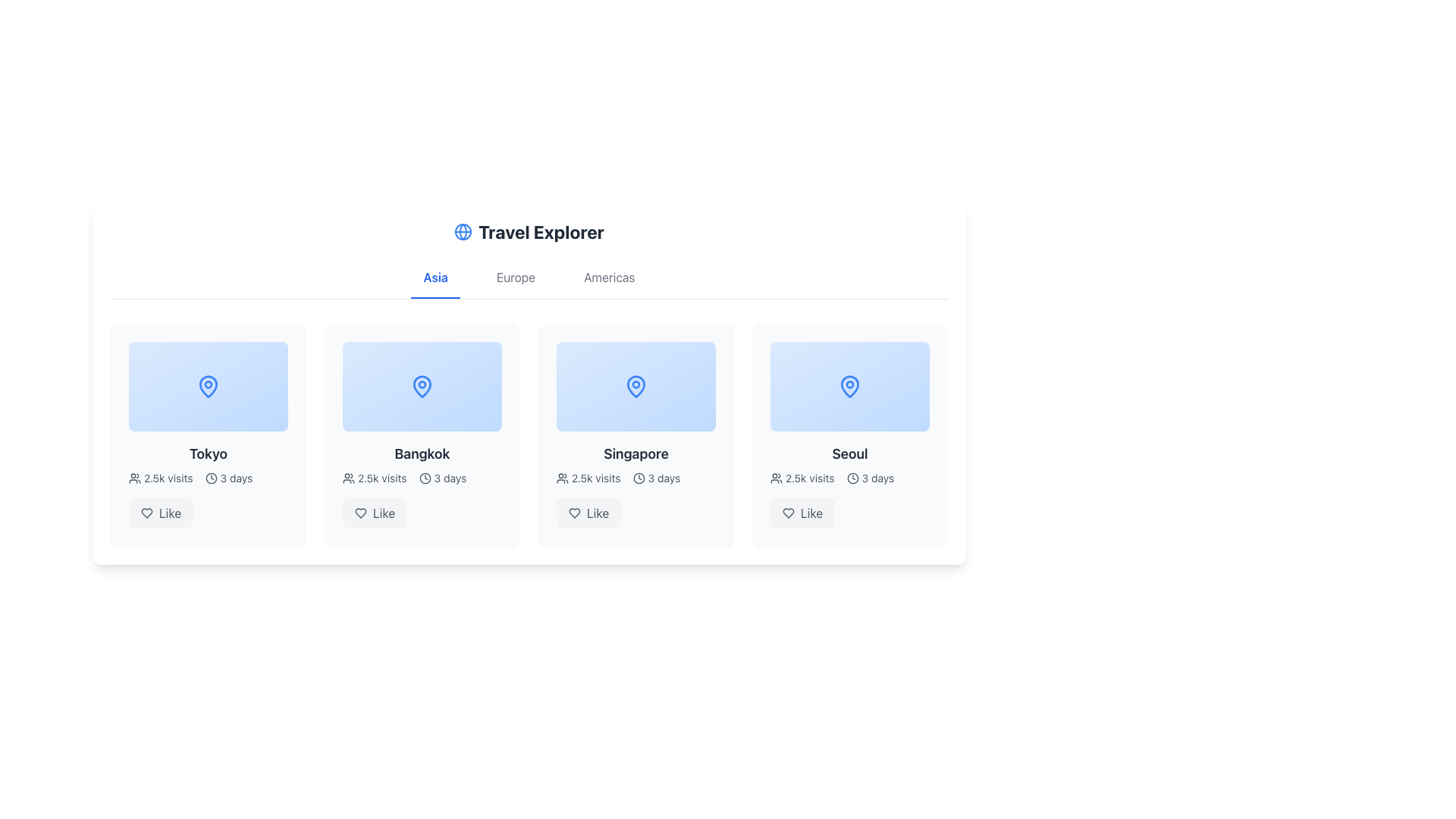 The width and height of the screenshot is (1456, 819). What do you see at coordinates (425, 479) in the screenshot?
I see `the clock icon representing the duration for the destination 'Bangkok' in the second card from the left` at bounding box center [425, 479].